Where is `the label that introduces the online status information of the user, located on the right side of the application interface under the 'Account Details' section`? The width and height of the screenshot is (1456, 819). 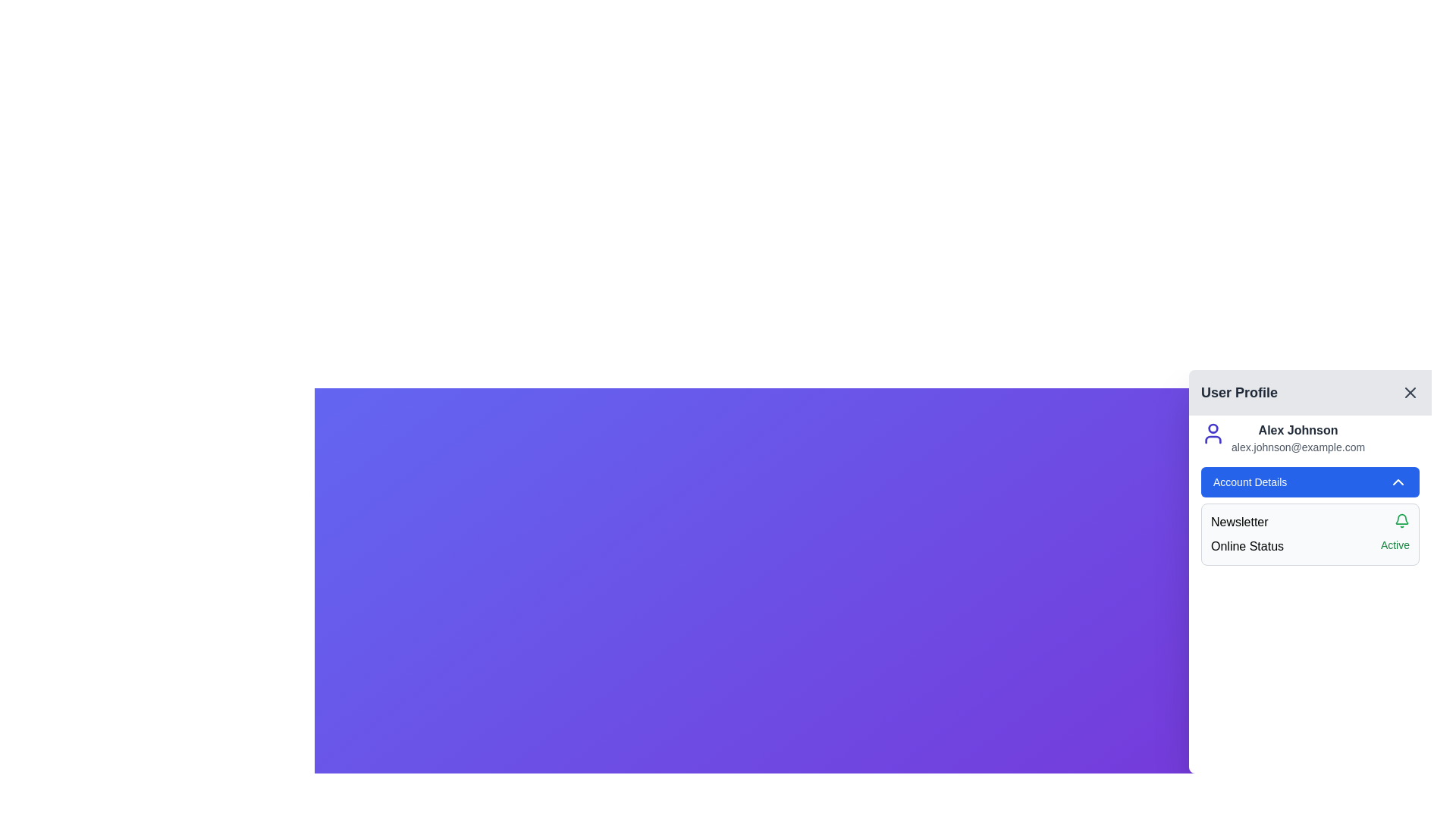
the label that introduces the online status information of the user, located on the right side of the application interface under the 'Account Details' section is located at coordinates (1247, 547).